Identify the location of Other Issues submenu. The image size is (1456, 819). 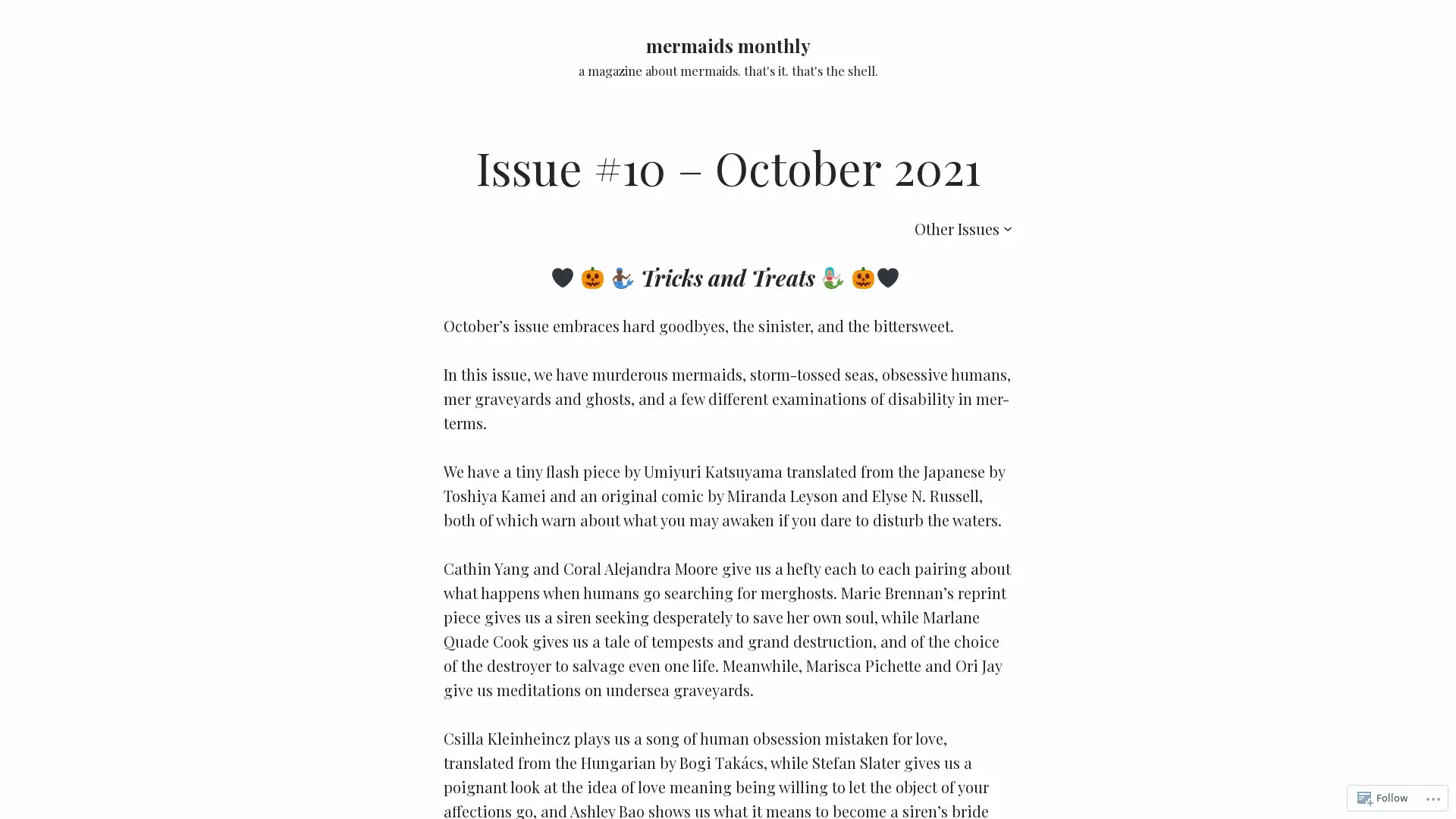
(1008, 227).